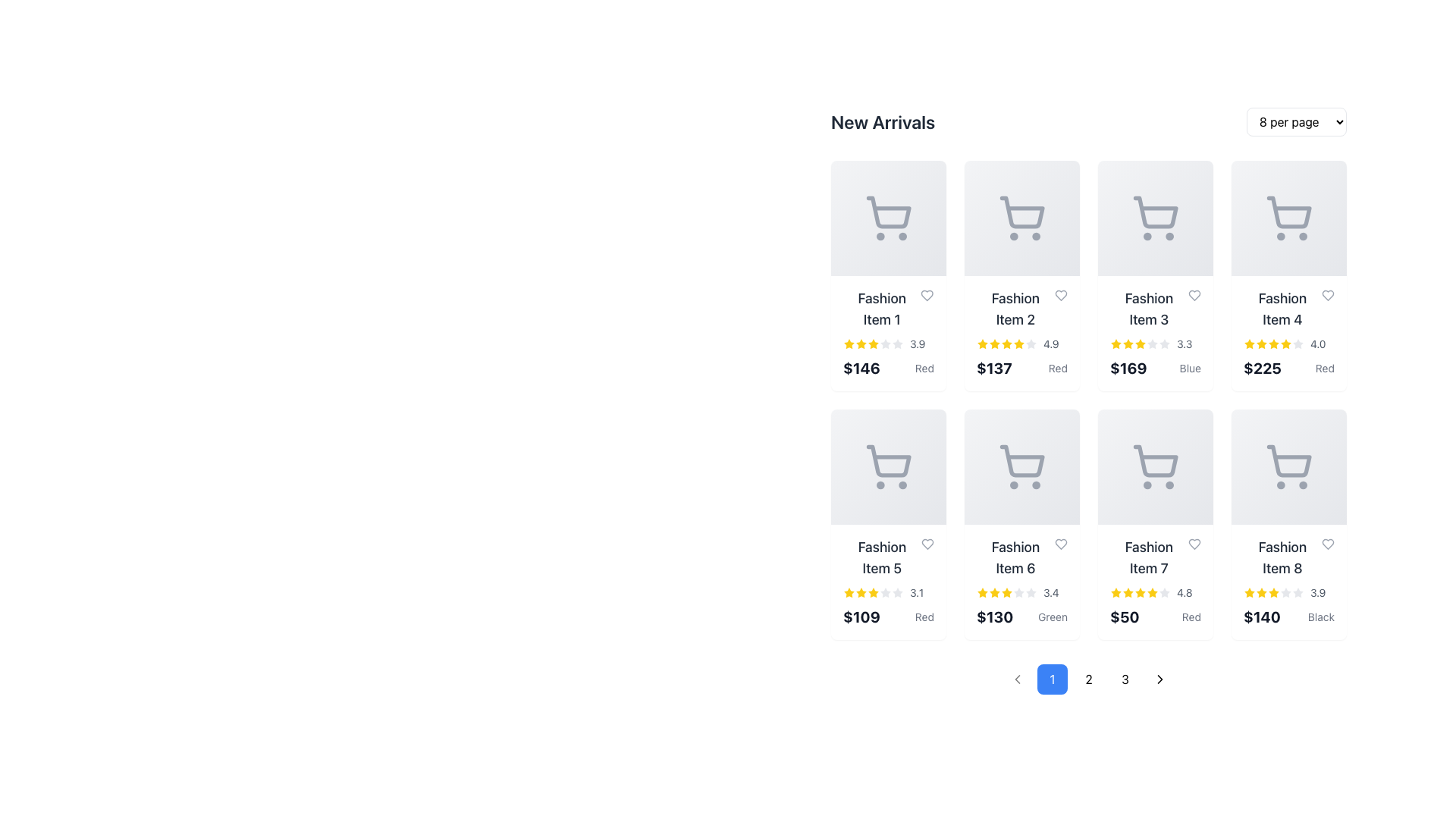  I want to click on the heart-shaped icon button at the top-right corner of the listing card for 'Fashion Item 6' to favorite or unfavorite the item, so click(1060, 543).